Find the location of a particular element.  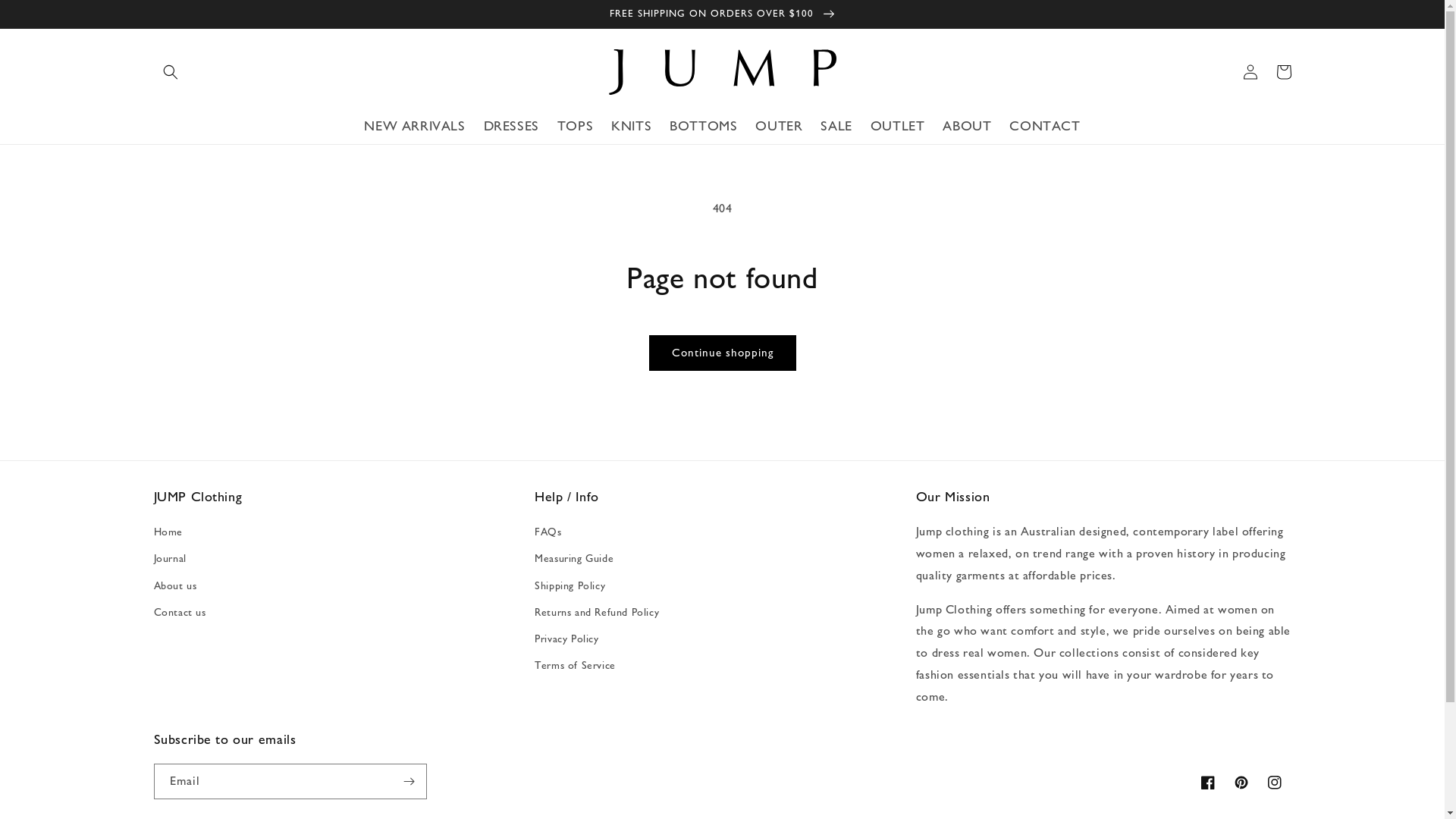

'Contact us' is located at coordinates (152, 611).